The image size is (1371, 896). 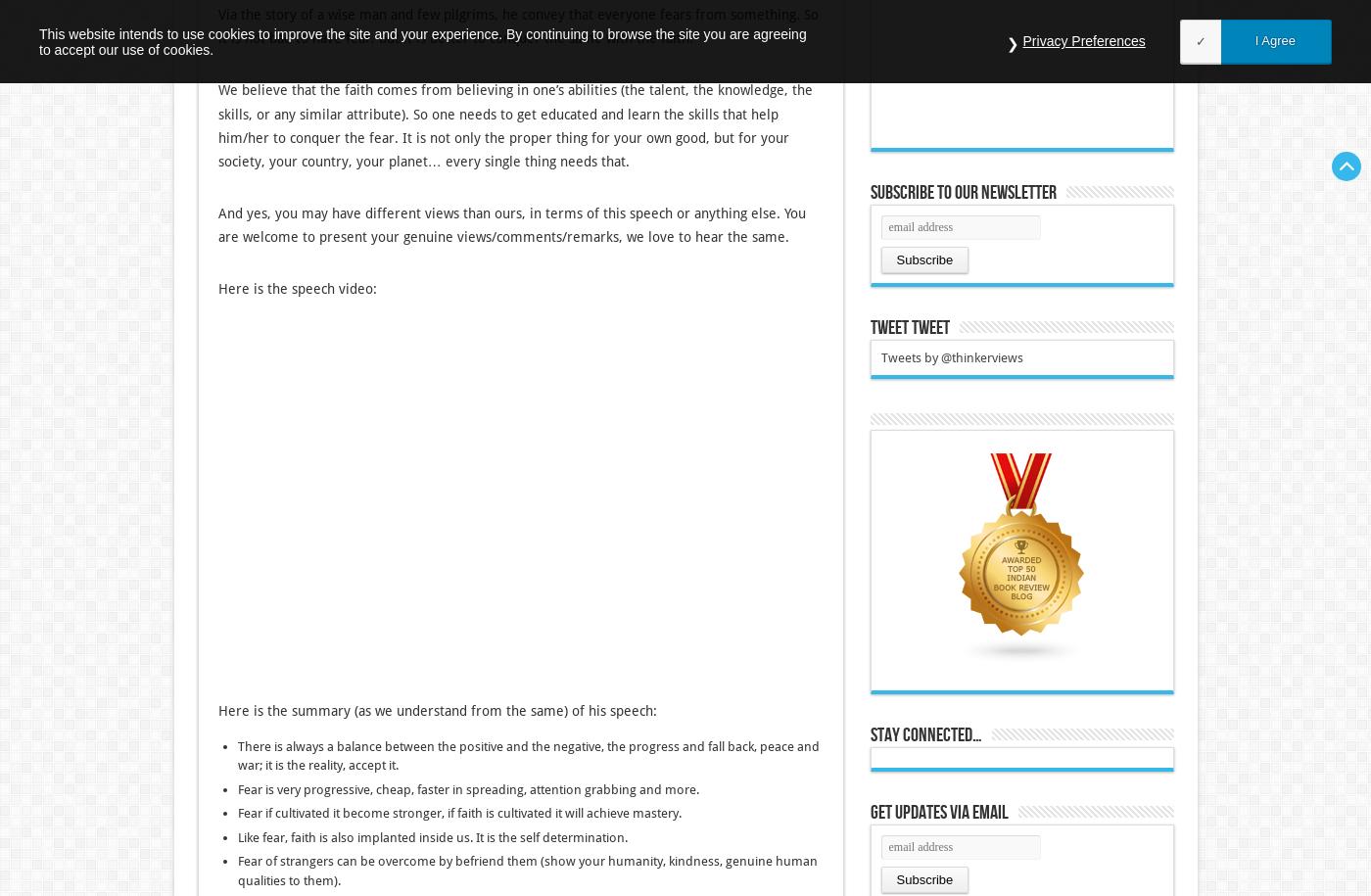 I want to click on 'Get updates via EMail', so click(x=938, y=812).